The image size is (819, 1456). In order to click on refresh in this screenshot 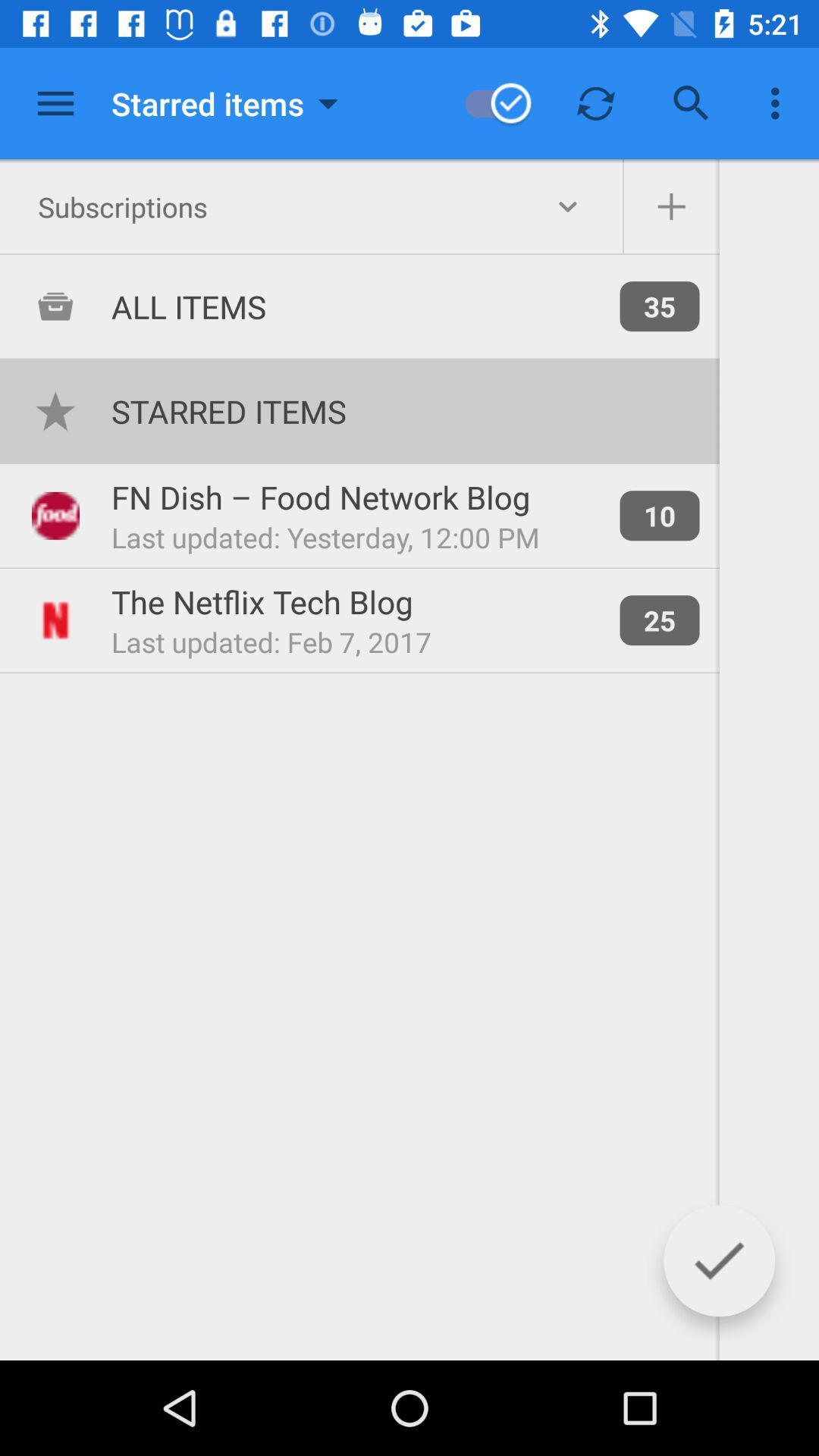, I will do `click(595, 102)`.